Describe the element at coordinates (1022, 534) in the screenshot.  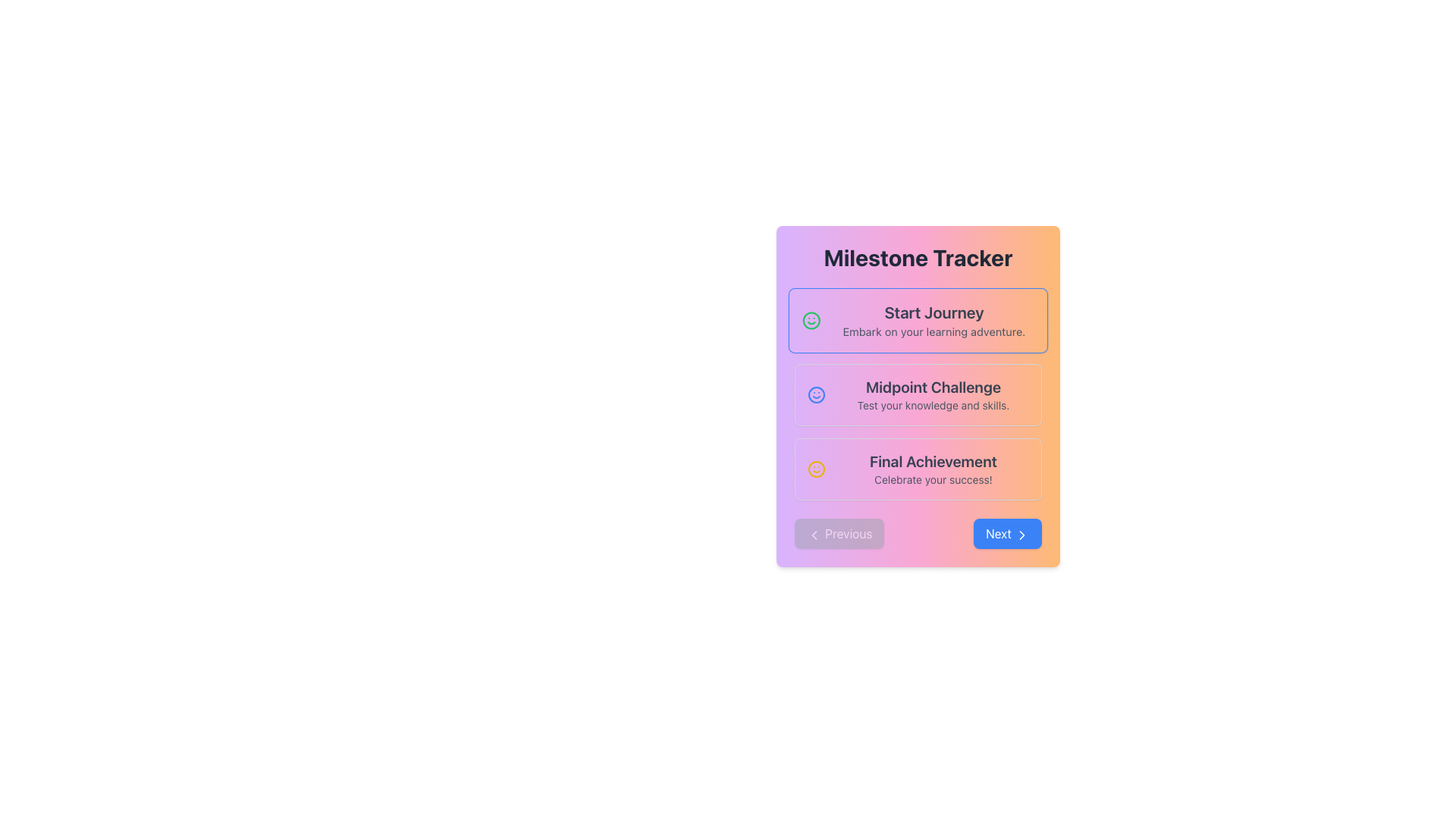
I see `the right-pointing arrow icon located at the far right end of the blue 'Next' button to interact with the button` at that location.